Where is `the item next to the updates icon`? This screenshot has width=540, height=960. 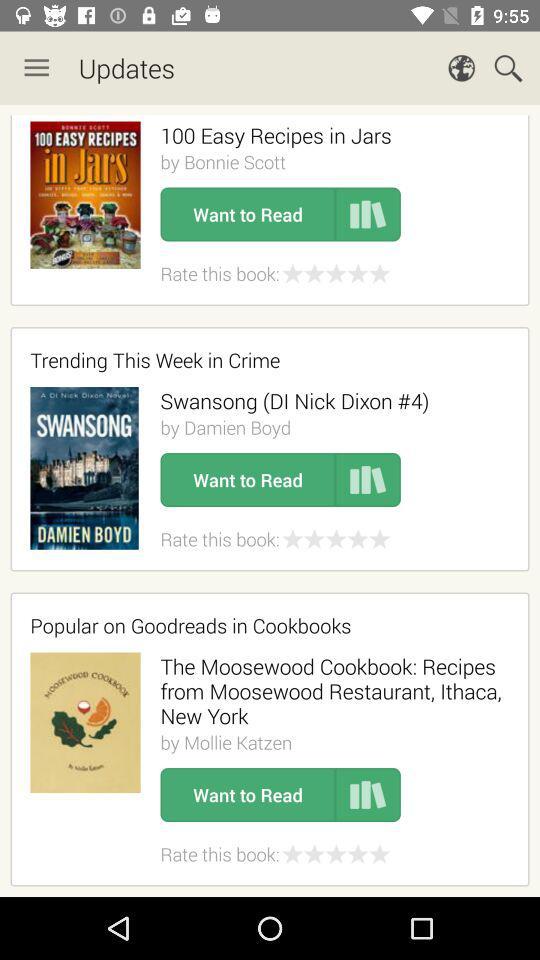 the item next to the updates icon is located at coordinates (36, 68).